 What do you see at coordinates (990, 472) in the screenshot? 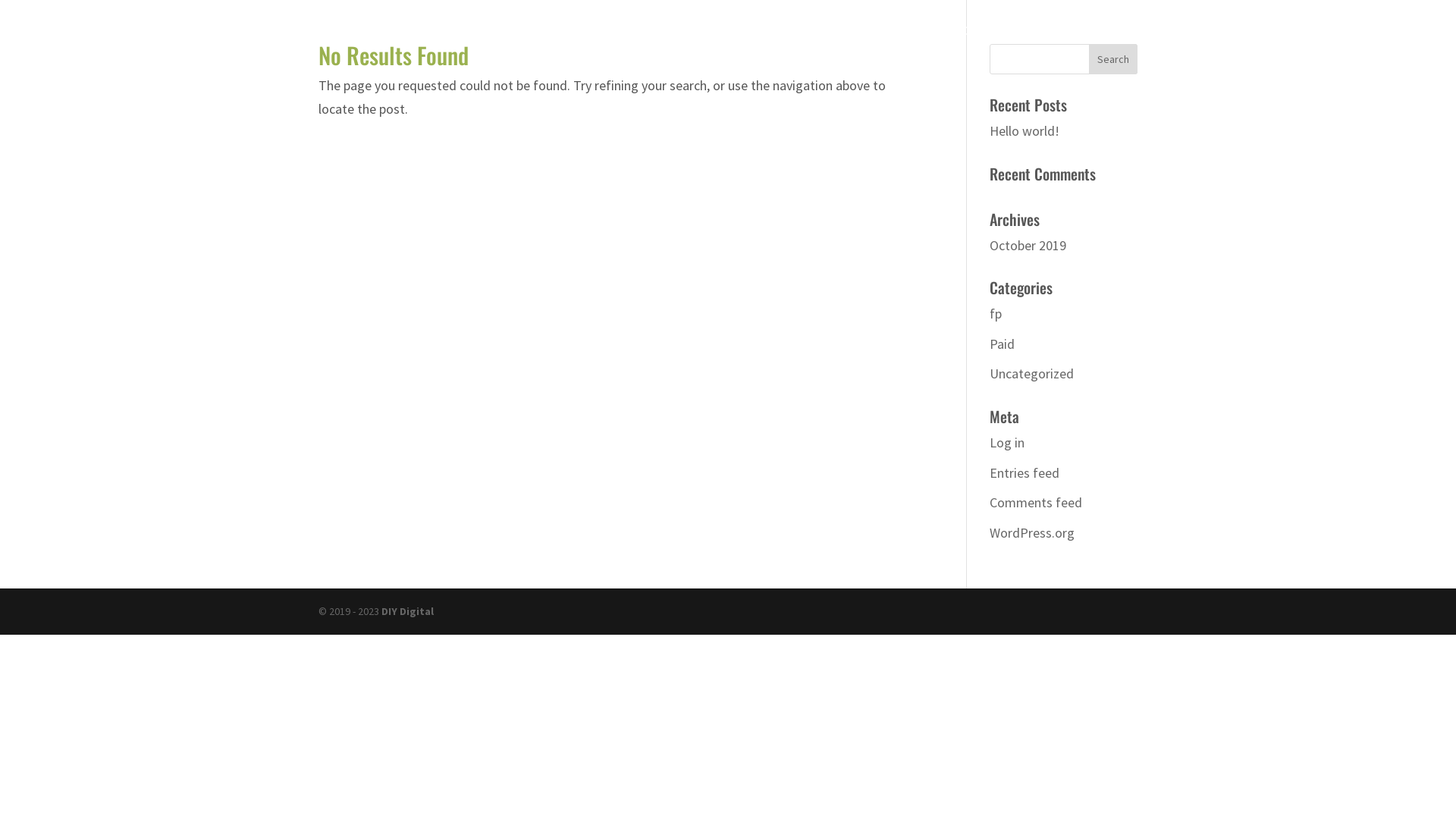
I see `'Entries feed'` at bounding box center [990, 472].